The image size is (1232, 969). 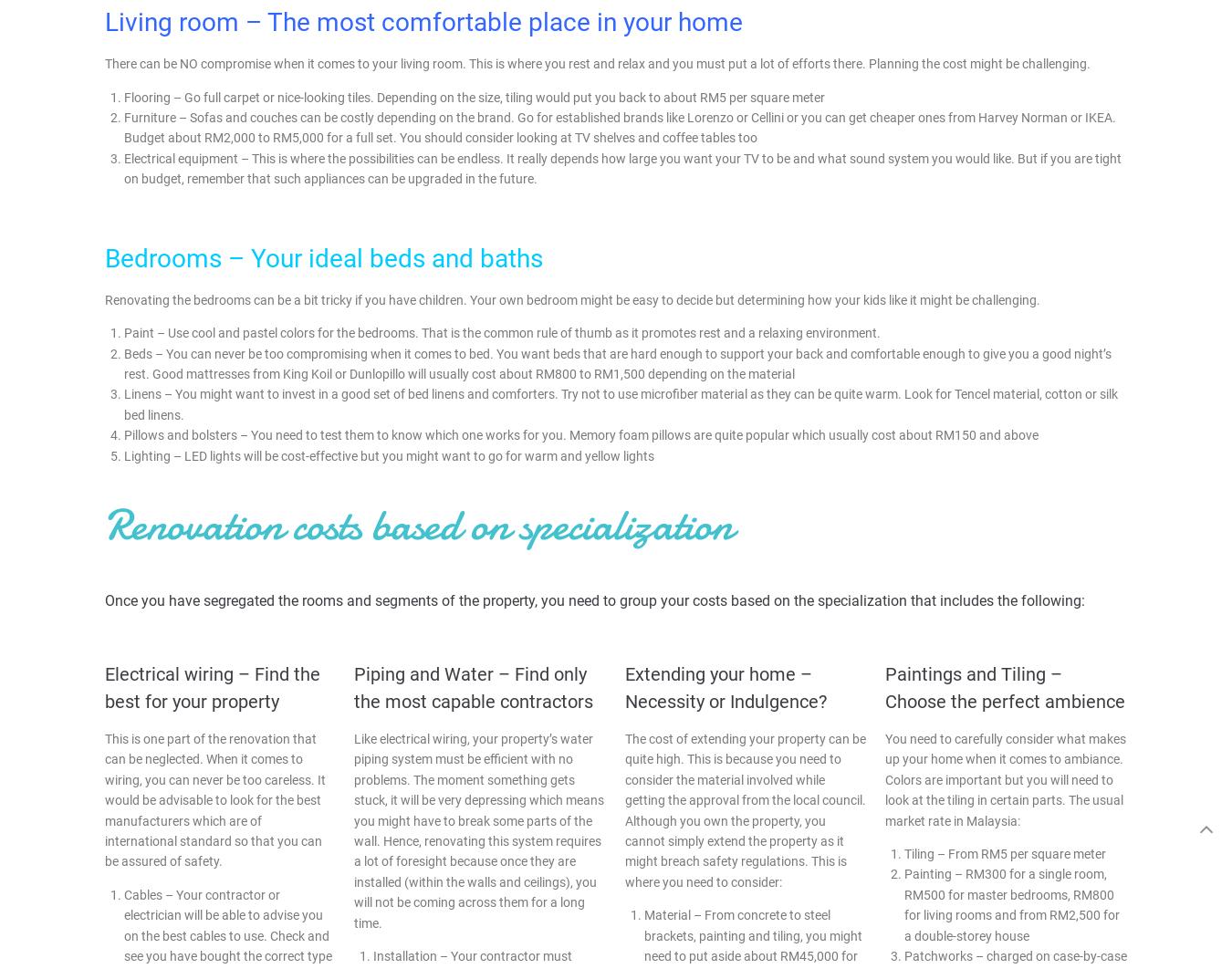 What do you see at coordinates (214, 798) in the screenshot?
I see `'This is one part of the renovation that can be neglected. When it comes to wiring, you can never be too careless. It would be advisable to look for the best manufacturers which are of international standard so that you can be assured of safety.'` at bounding box center [214, 798].